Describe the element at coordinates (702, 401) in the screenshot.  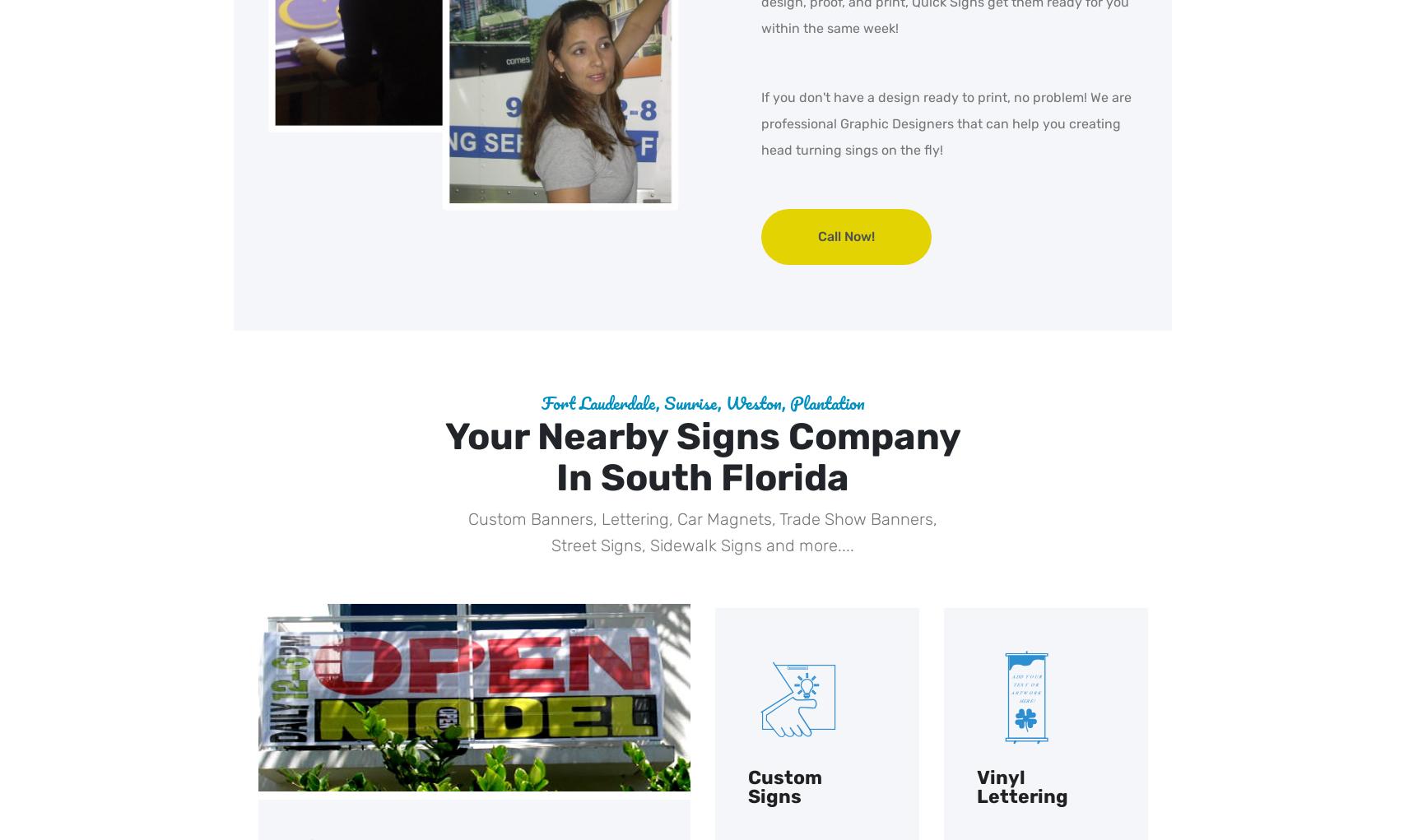
I see `'Fort Lauderdale, Sunrise, Weston, Plantation'` at that location.